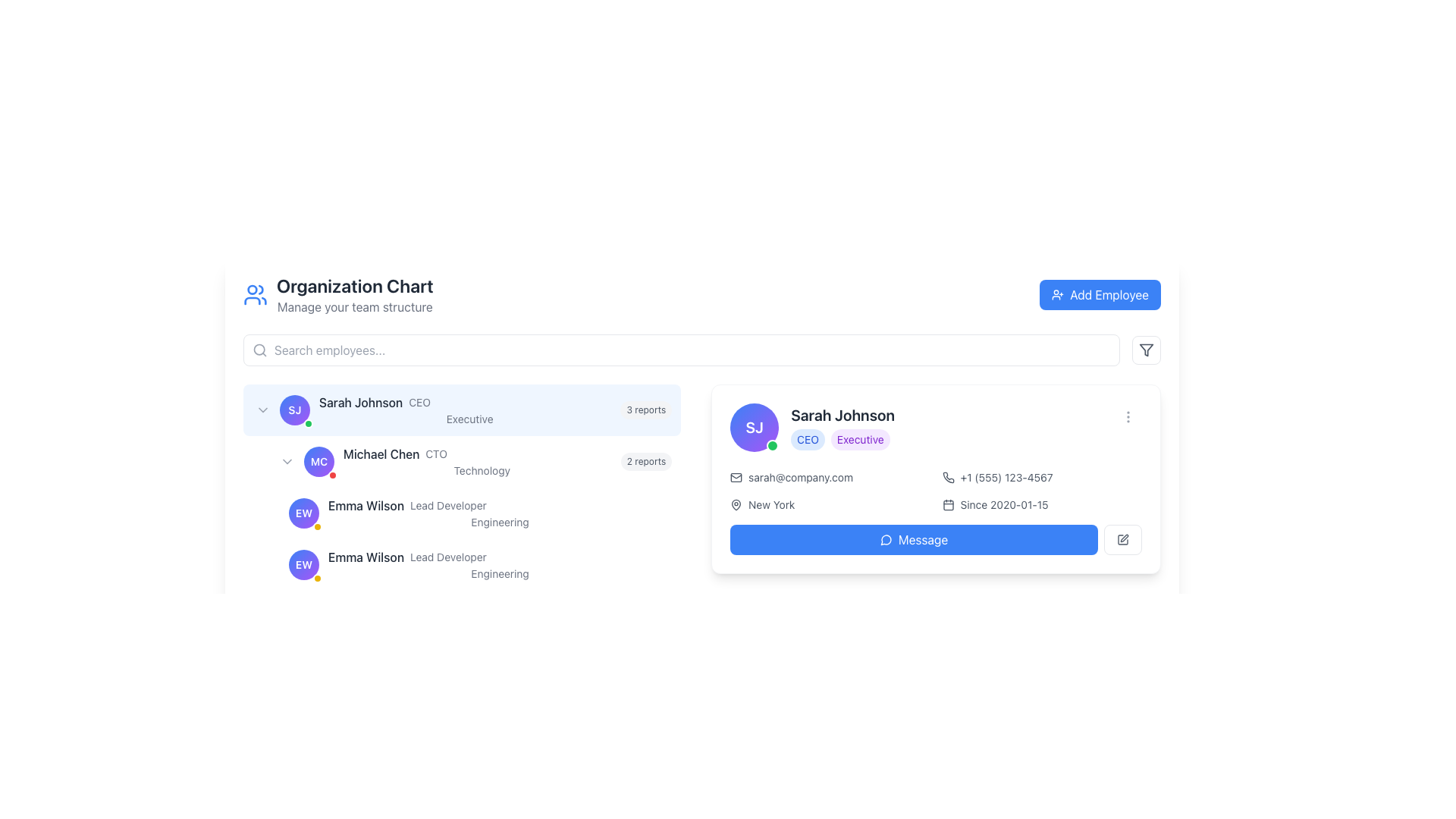 The height and width of the screenshot is (819, 1456). Describe the element at coordinates (473, 513) in the screenshot. I see `the first list item representing 'Emma Wilson', a direct report to the CTO` at that location.